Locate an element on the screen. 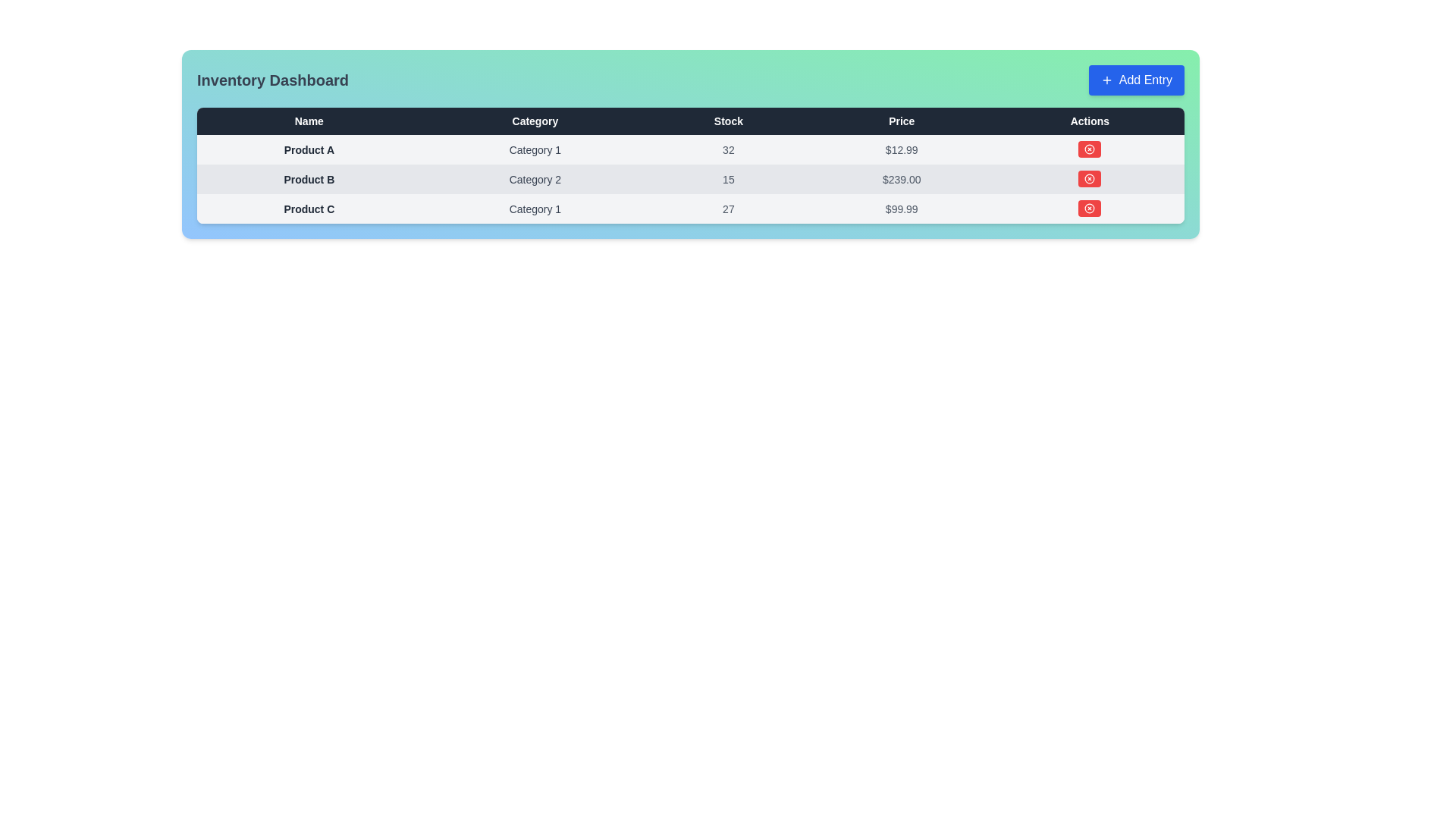 The height and width of the screenshot is (819, 1456). the non-interactive Text Display element that shows stock quantity, located in the middle of the second row under the 'Stock' column is located at coordinates (728, 149).